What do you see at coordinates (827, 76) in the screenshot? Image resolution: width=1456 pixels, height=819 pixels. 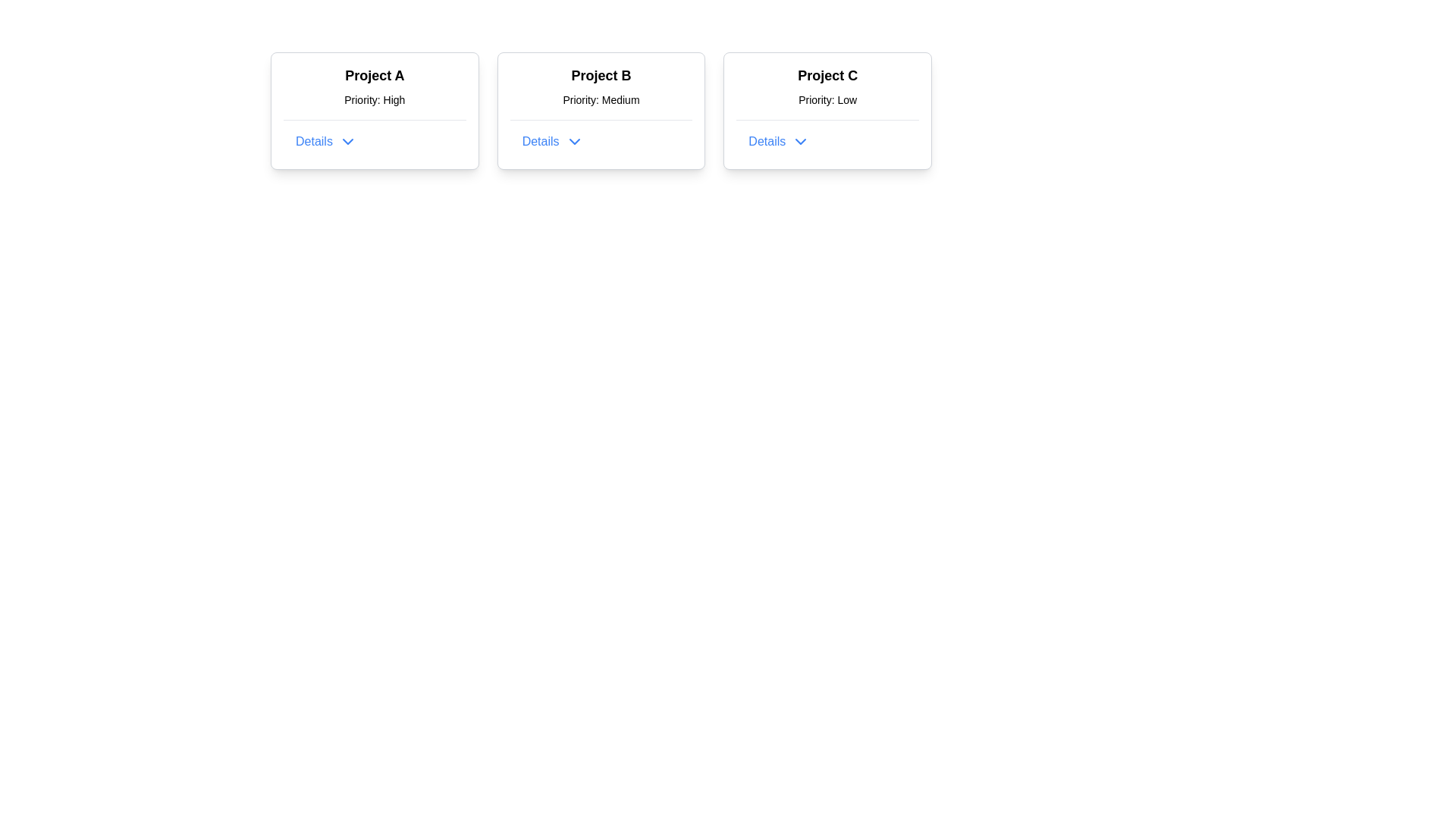 I see `text of the 'Project C' label, which is a bold and prominent headline located at the top of a card layout` at bounding box center [827, 76].